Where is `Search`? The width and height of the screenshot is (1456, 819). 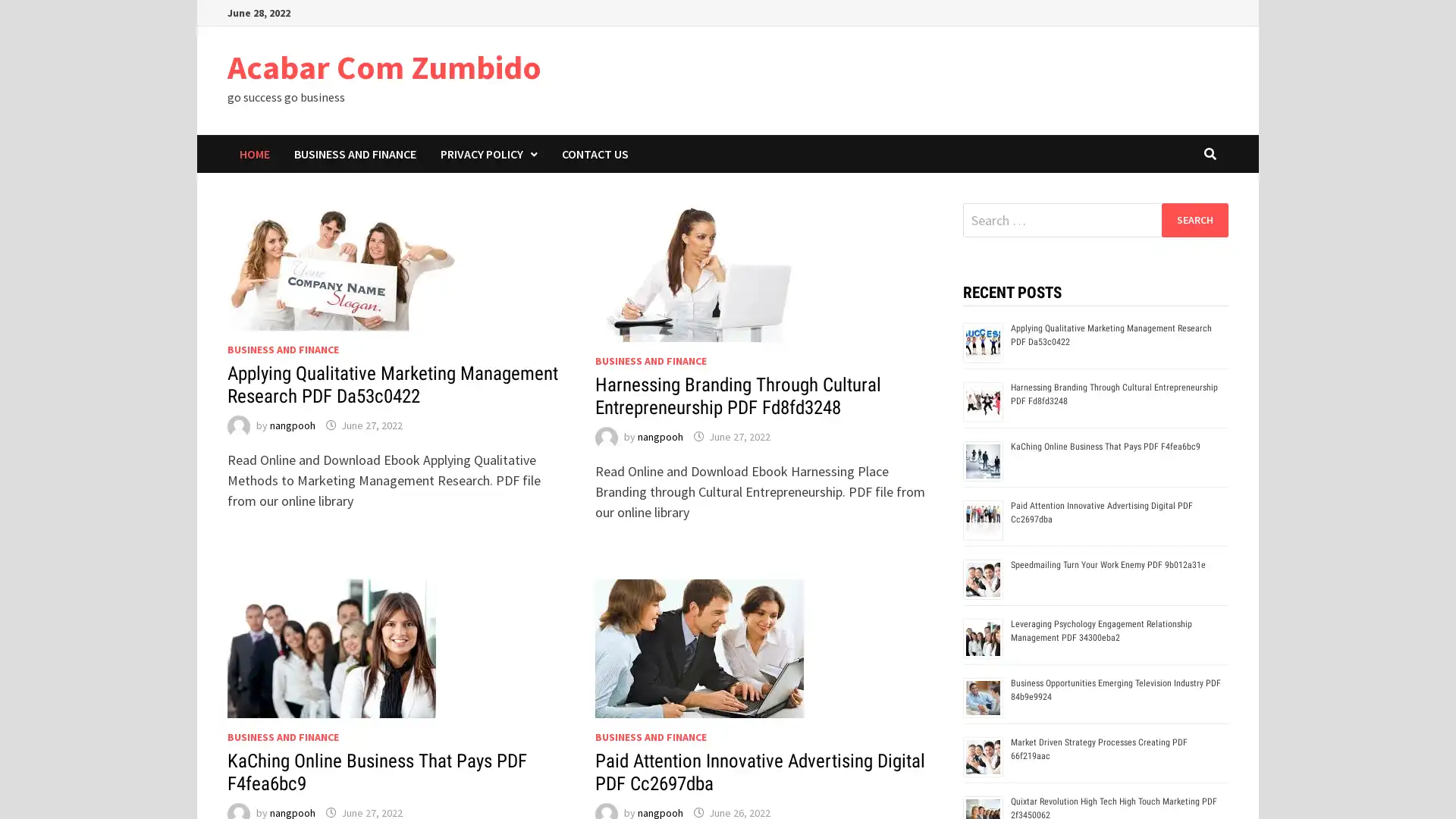 Search is located at coordinates (1194, 219).